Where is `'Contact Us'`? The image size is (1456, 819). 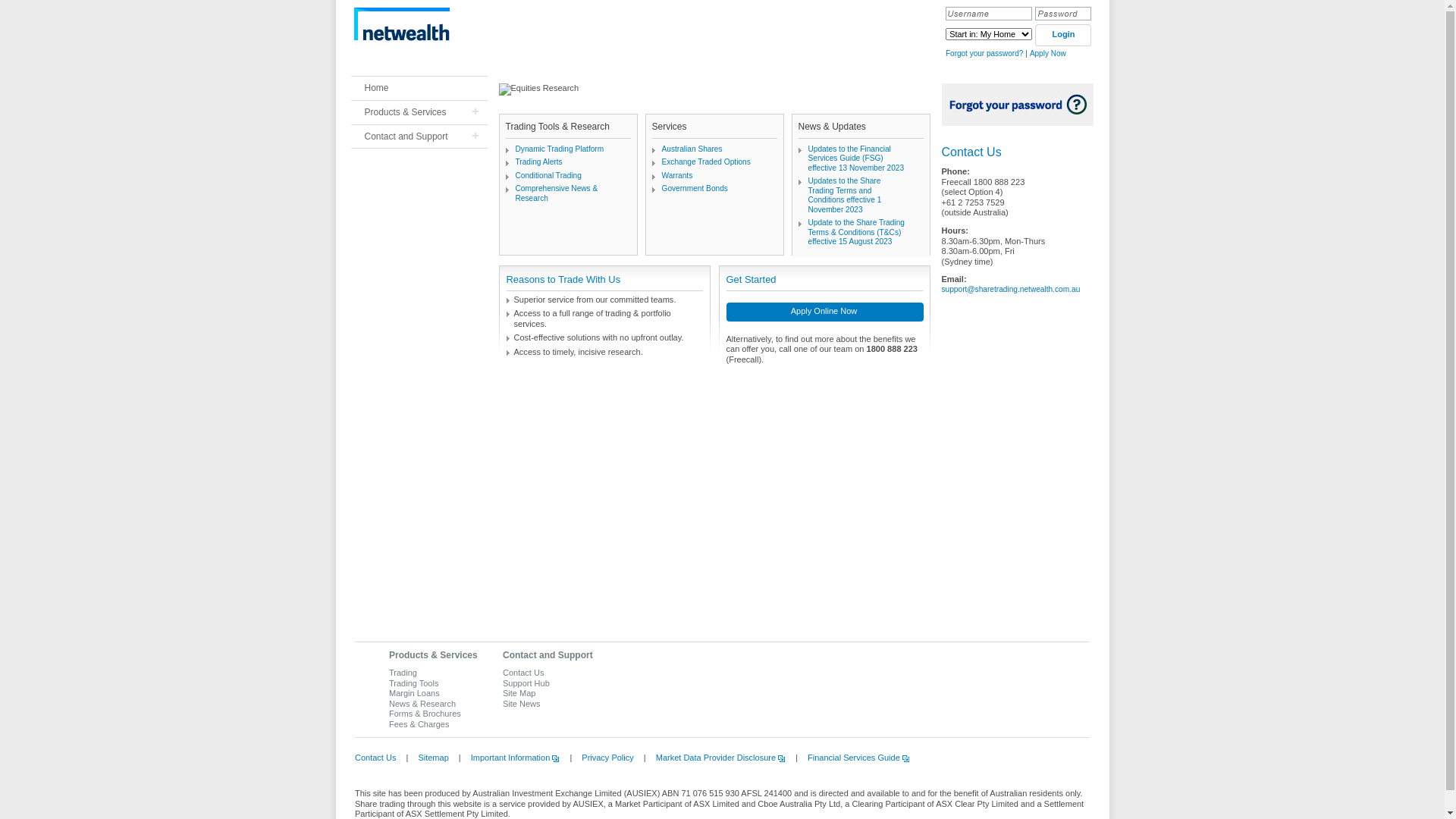 'Contact Us' is located at coordinates (523, 672).